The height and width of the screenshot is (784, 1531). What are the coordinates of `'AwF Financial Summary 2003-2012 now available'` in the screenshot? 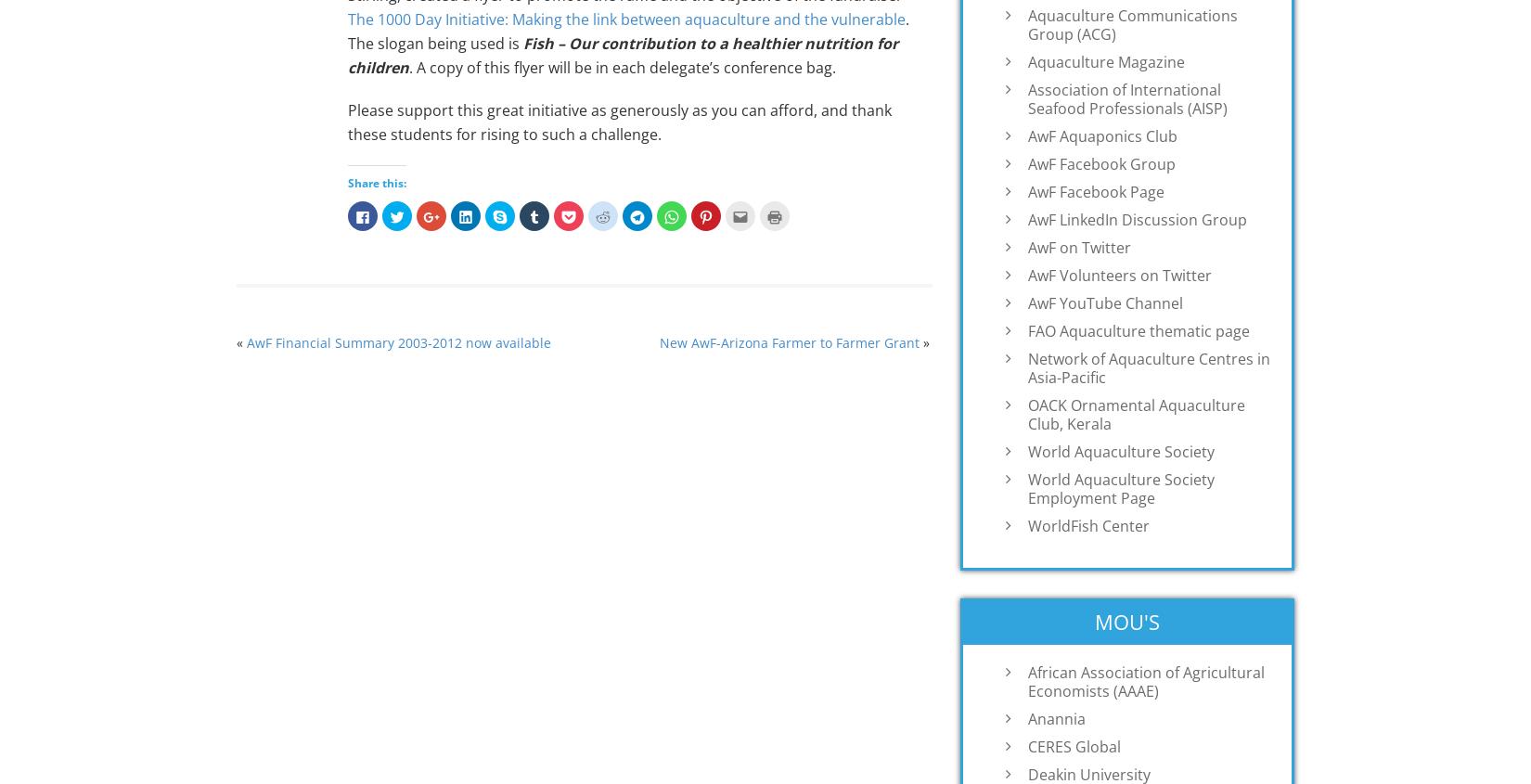 It's located at (397, 341).